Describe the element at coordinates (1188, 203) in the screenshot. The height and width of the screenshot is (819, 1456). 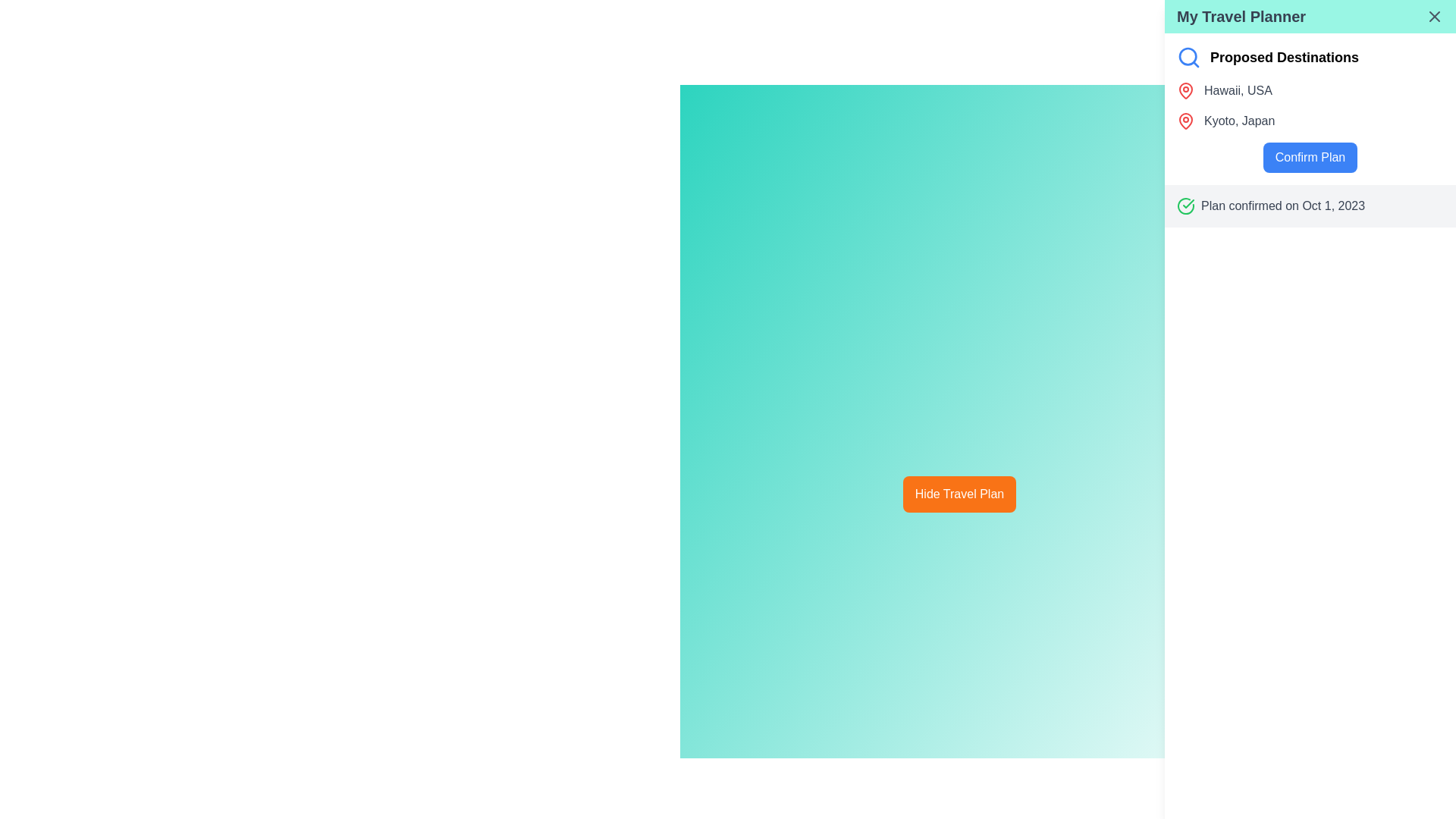
I see `the check mark icon within the SVG graphic, which serves as a confirmation symbol located at the bottom-right of the circle` at that location.